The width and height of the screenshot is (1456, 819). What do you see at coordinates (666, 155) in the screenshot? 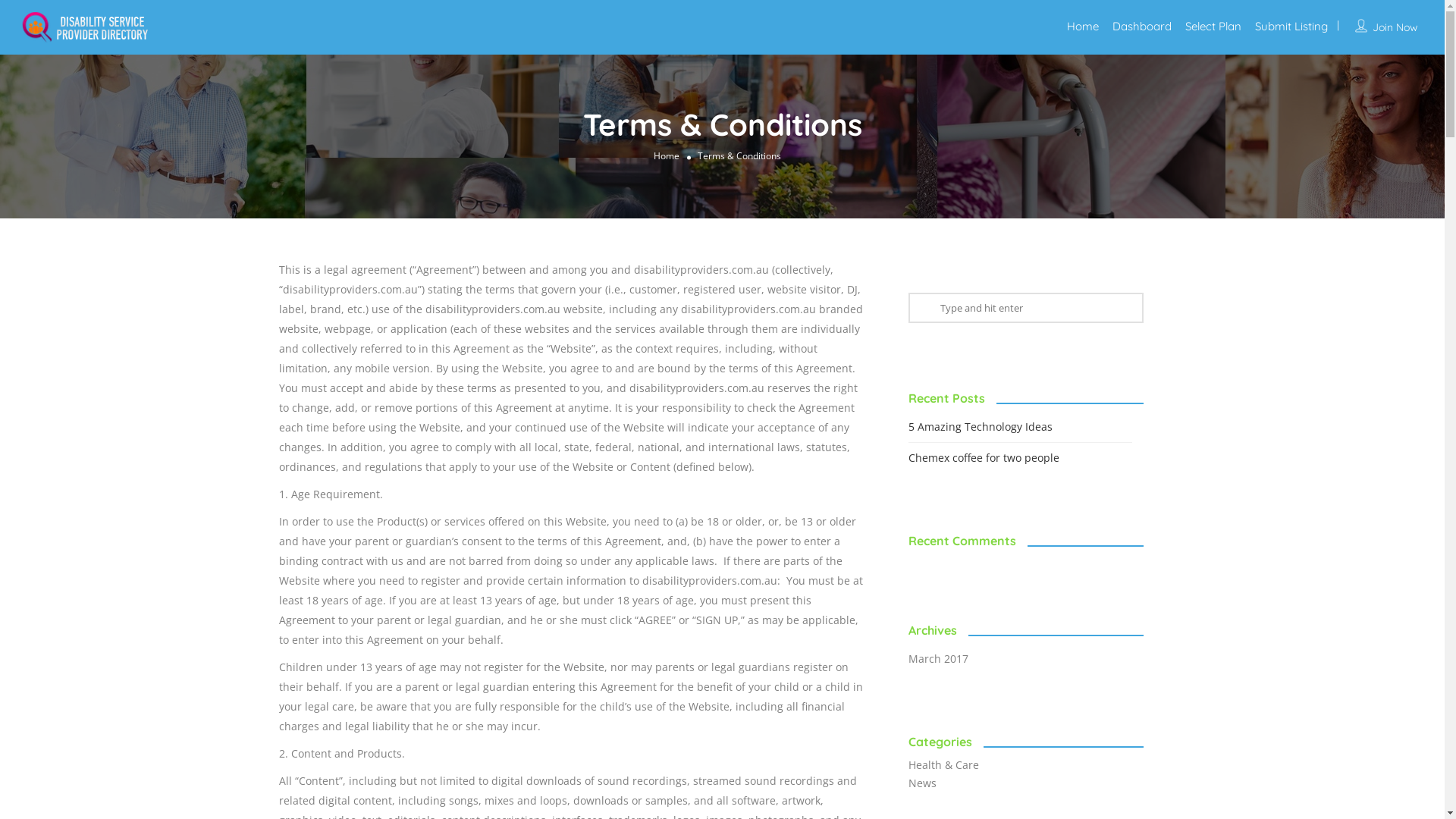
I see `'Home'` at bounding box center [666, 155].